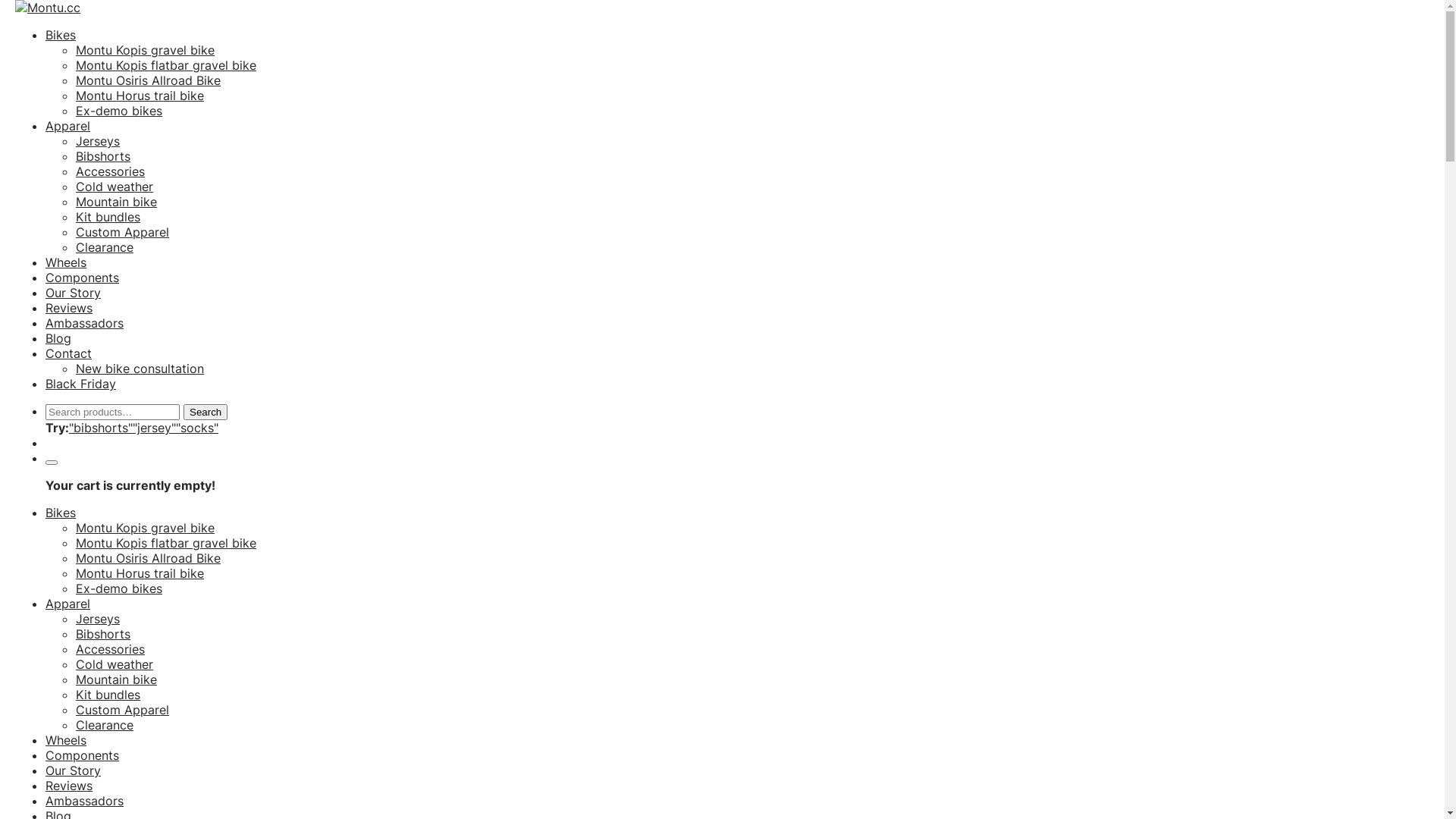 This screenshot has height=819, width=1456. Describe the element at coordinates (166, 64) in the screenshot. I see `'Montu Kopis flatbar gravel bike'` at that location.